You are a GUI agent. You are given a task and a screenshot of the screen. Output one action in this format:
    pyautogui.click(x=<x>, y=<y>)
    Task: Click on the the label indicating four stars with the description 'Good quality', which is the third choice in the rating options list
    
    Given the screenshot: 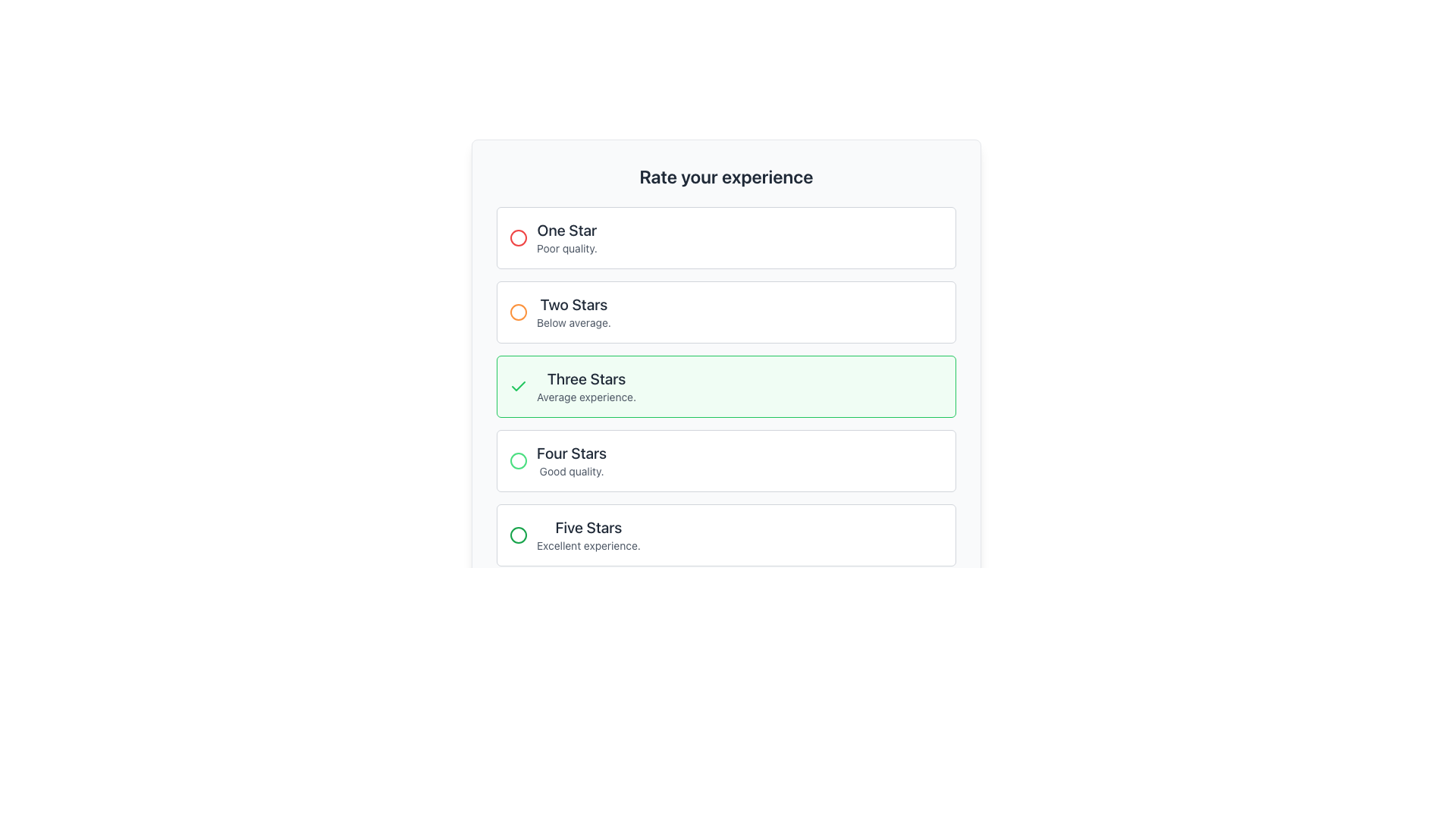 What is the action you would take?
    pyautogui.click(x=570, y=460)
    